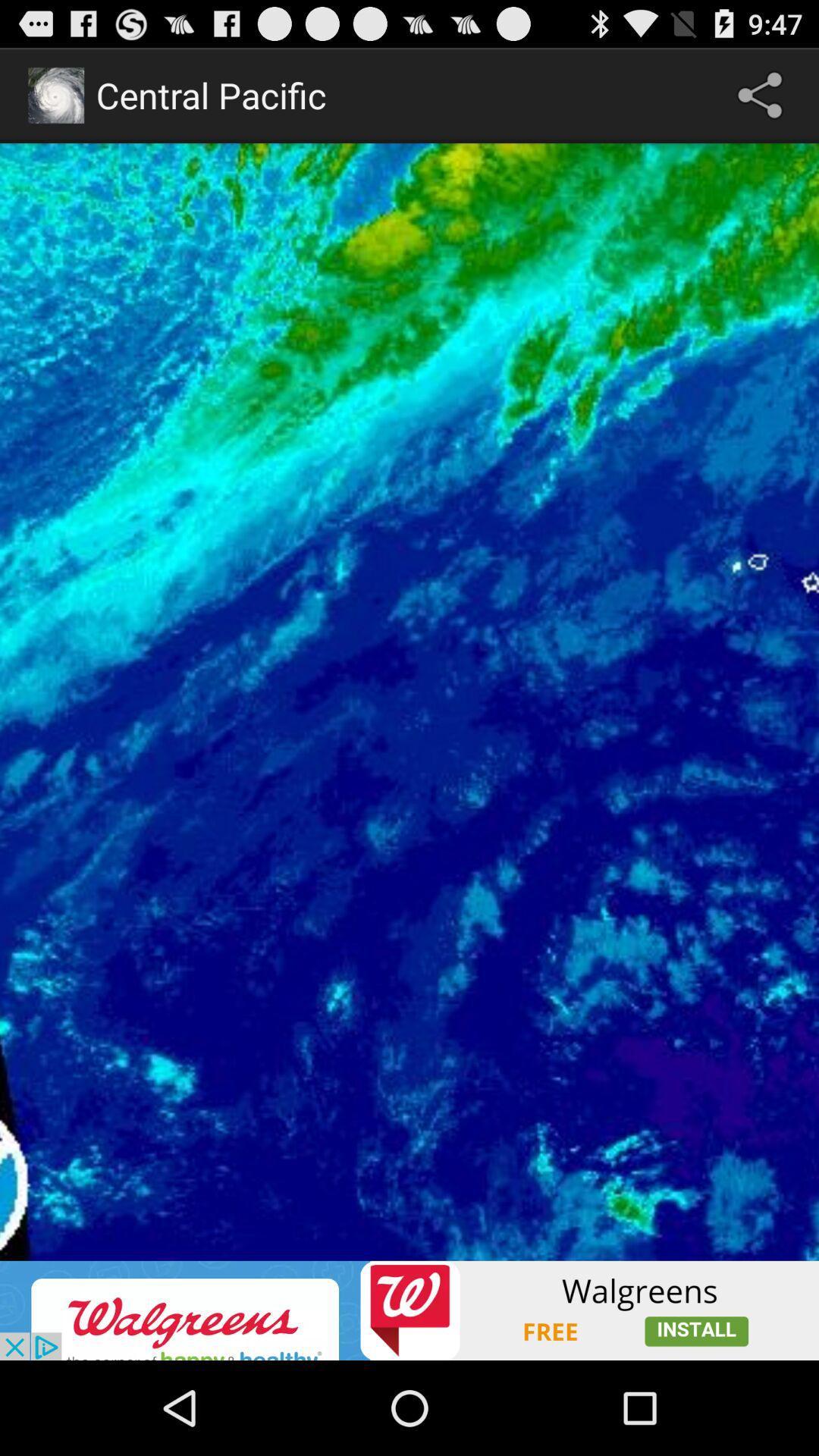 This screenshot has height=1456, width=819. I want to click on install the app, so click(409, 1310).